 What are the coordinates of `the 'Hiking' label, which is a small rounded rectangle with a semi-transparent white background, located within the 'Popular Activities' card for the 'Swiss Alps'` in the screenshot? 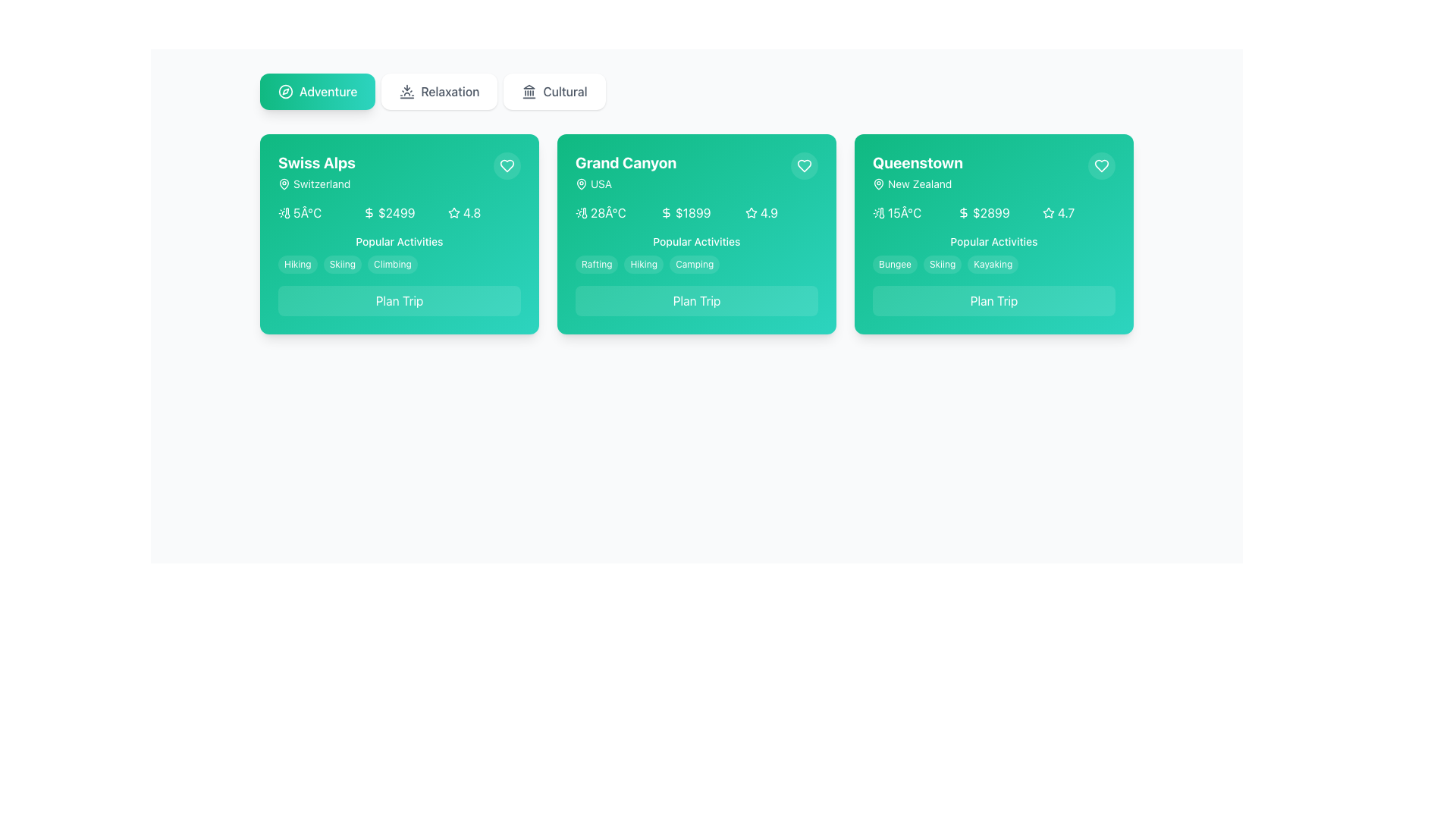 It's located at (297, 263).